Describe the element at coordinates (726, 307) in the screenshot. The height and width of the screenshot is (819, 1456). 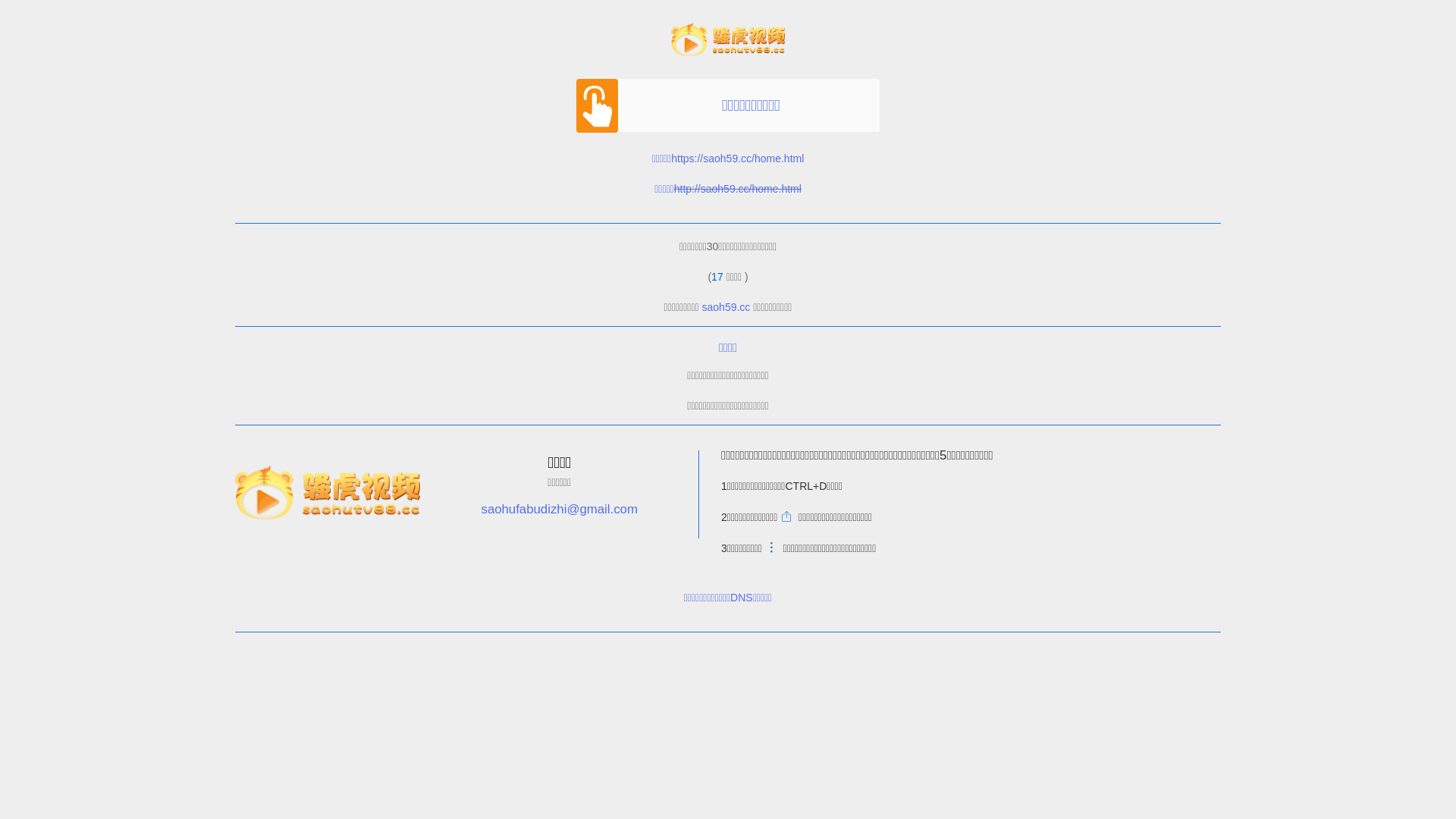
I see `'saoh59.cc'` at that location.